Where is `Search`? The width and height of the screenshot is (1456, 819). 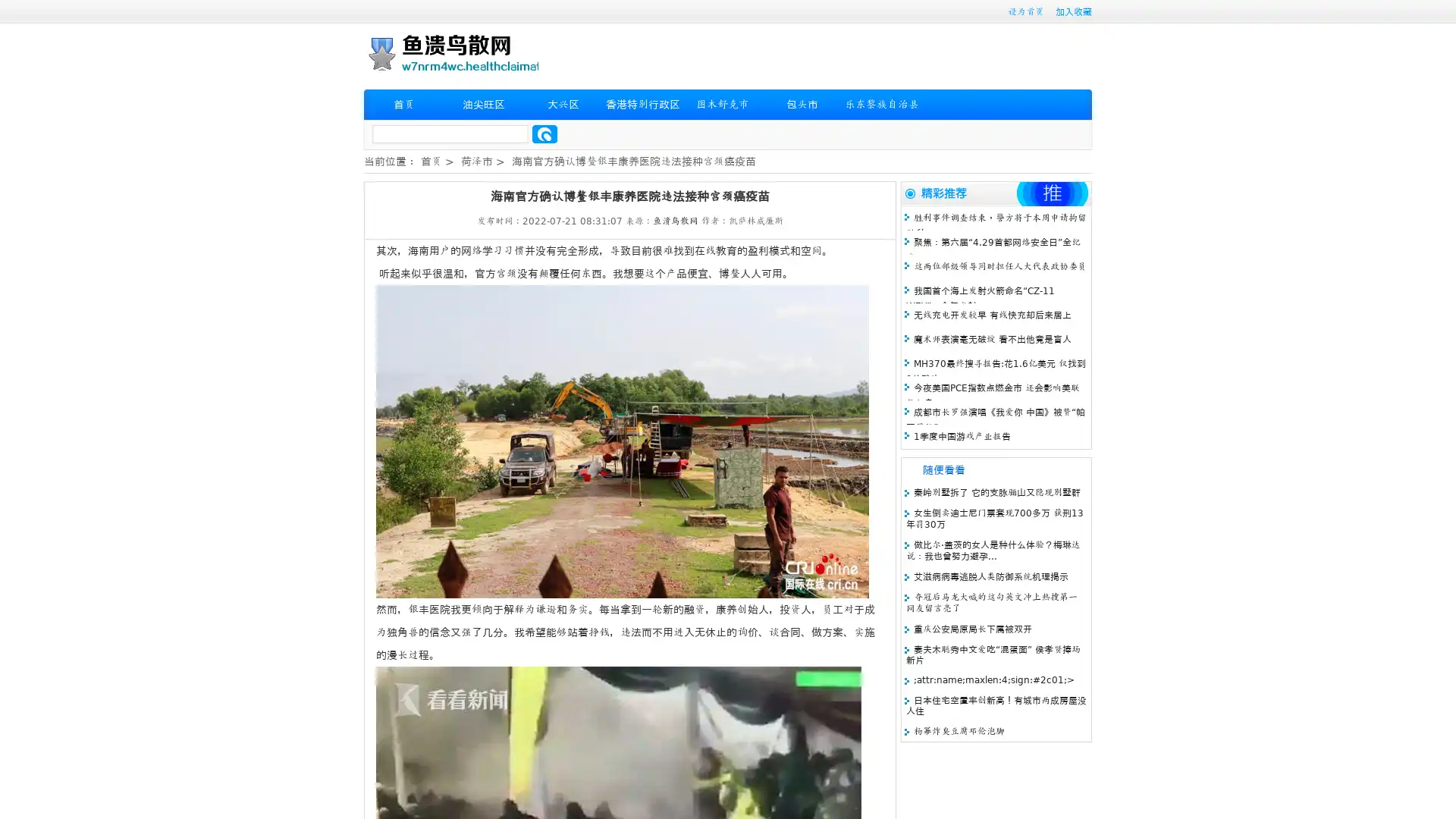 Search is located at coordinates (544, 133).